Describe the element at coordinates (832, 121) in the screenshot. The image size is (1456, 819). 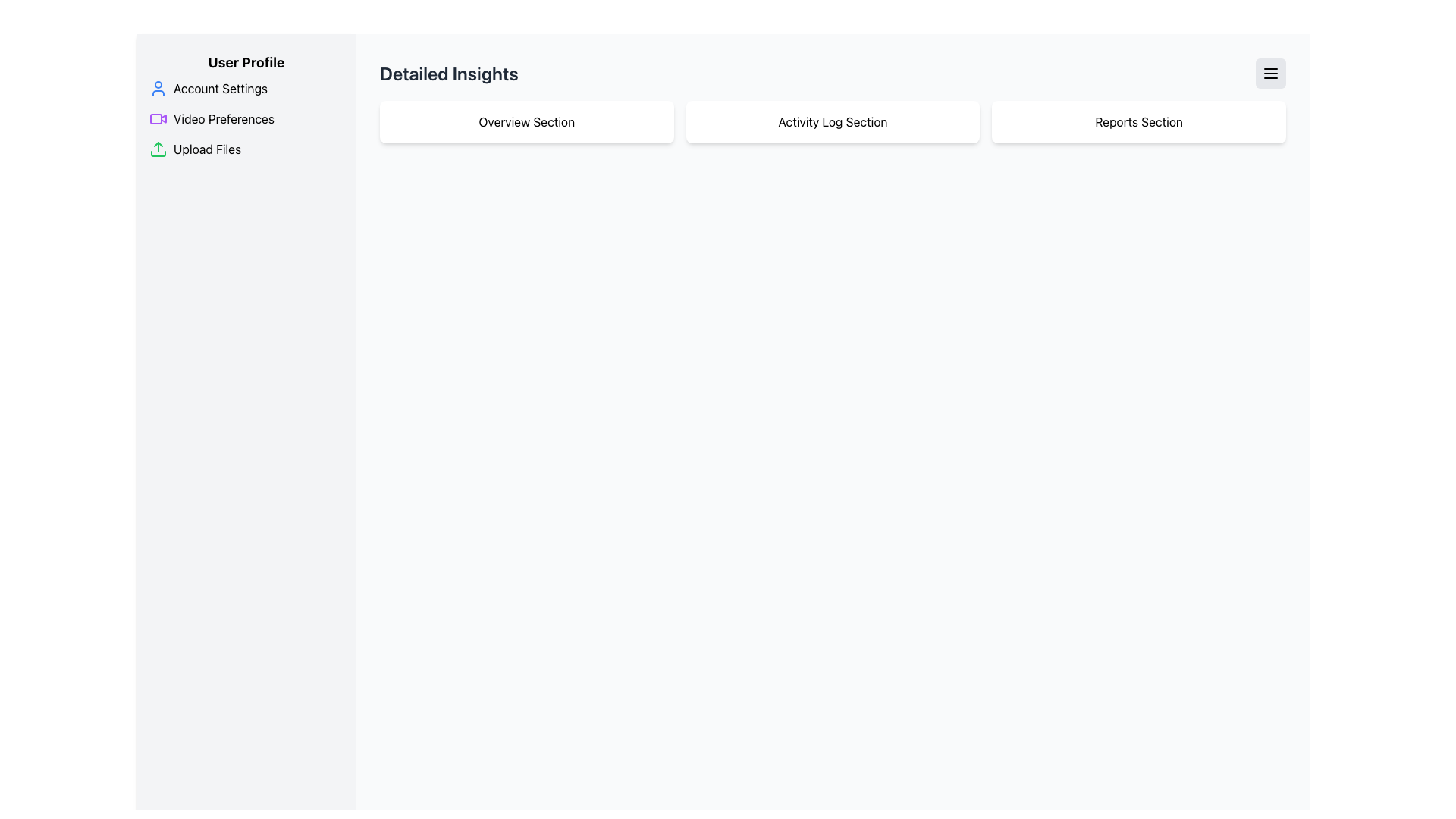
I see `the second section under the header 'Detailed Insights', which serves as a quick navigation or informational feature for activity log-related content` at that location.